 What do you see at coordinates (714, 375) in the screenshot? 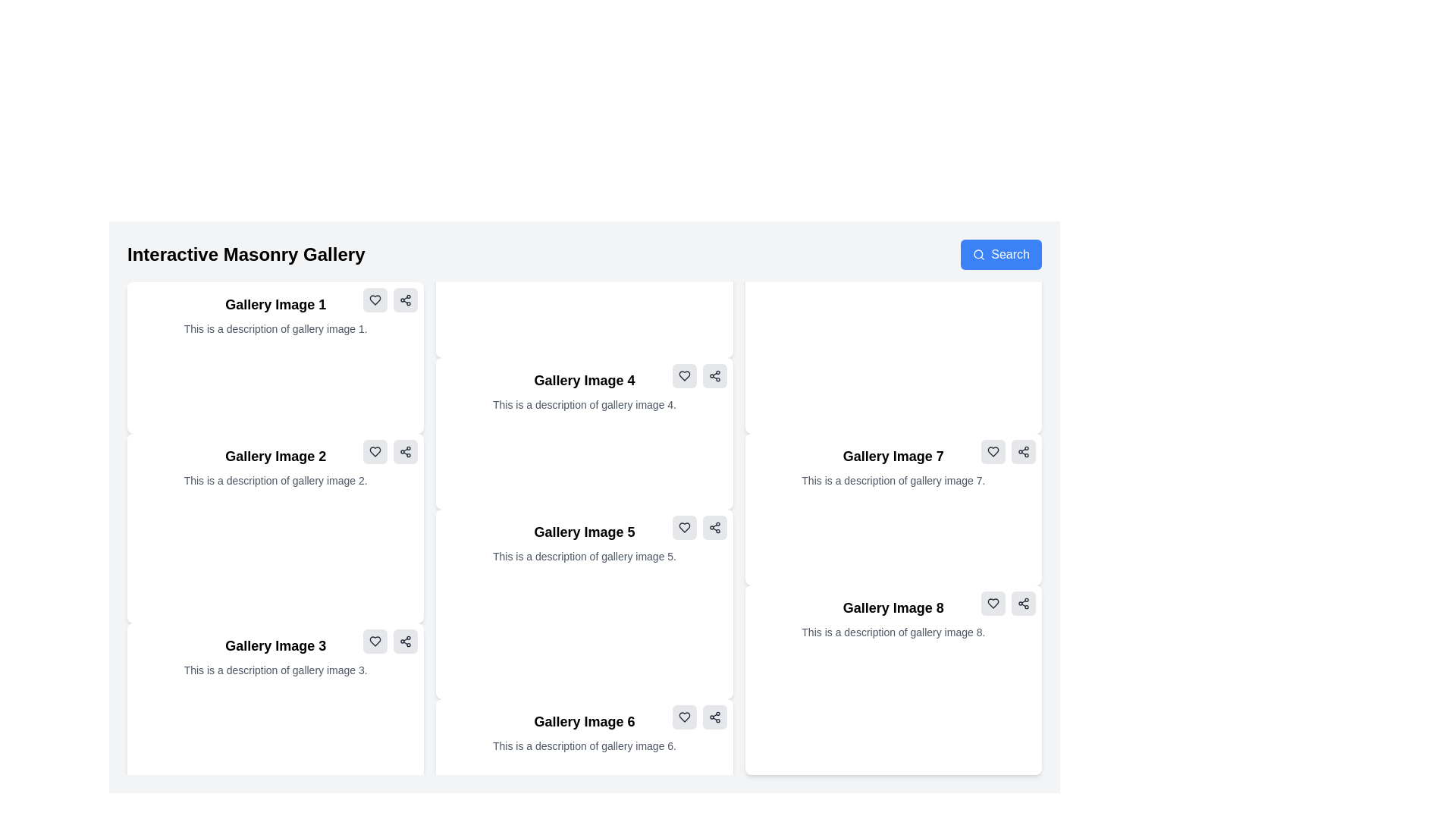
I see `the share button located in the top-right corner of the card labeled 'Gallery Image 4'` at bounding box center [714, 375].